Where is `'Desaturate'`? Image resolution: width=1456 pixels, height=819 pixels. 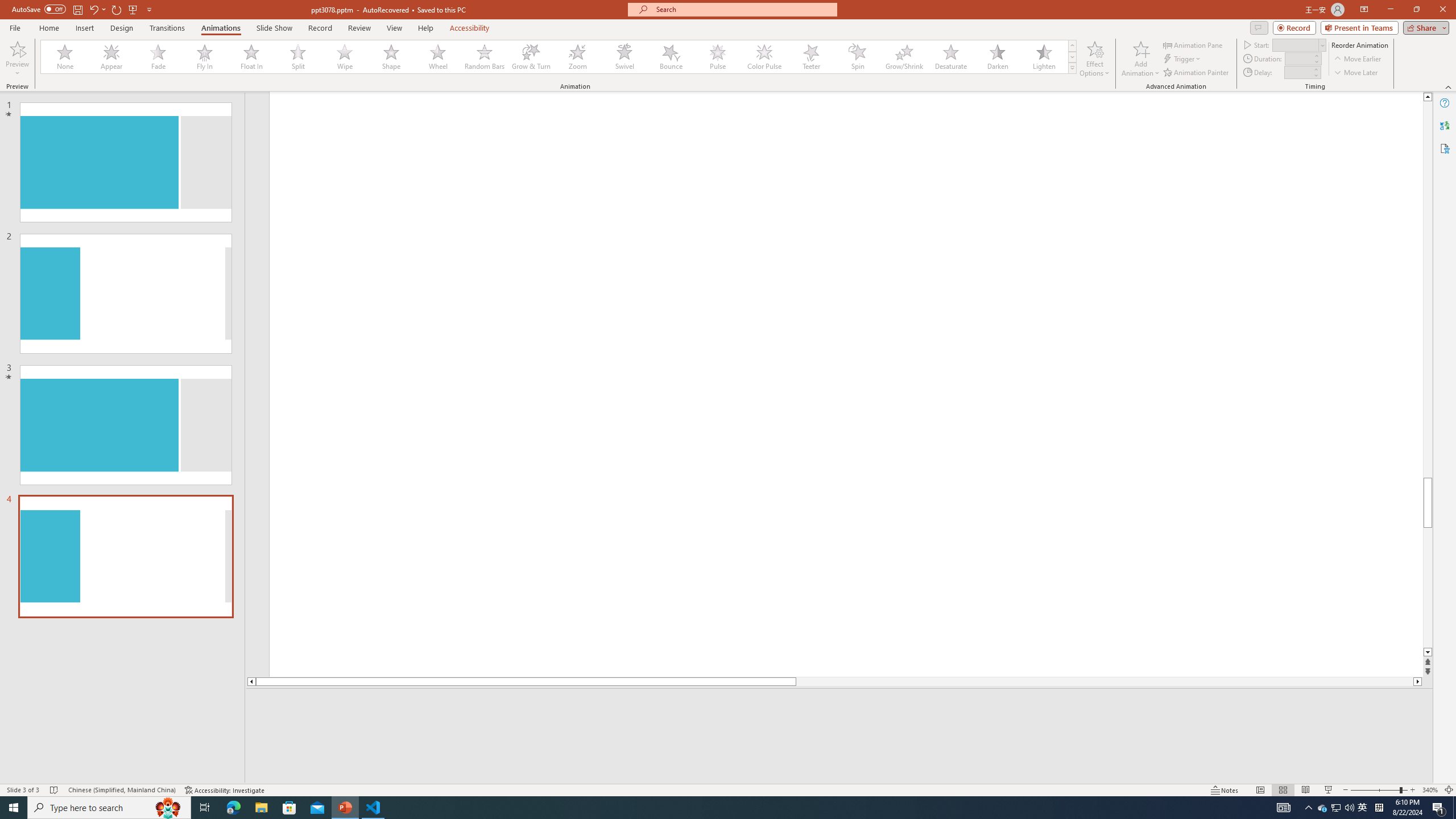 'Desaturate' is located at coordinates (950, 56).